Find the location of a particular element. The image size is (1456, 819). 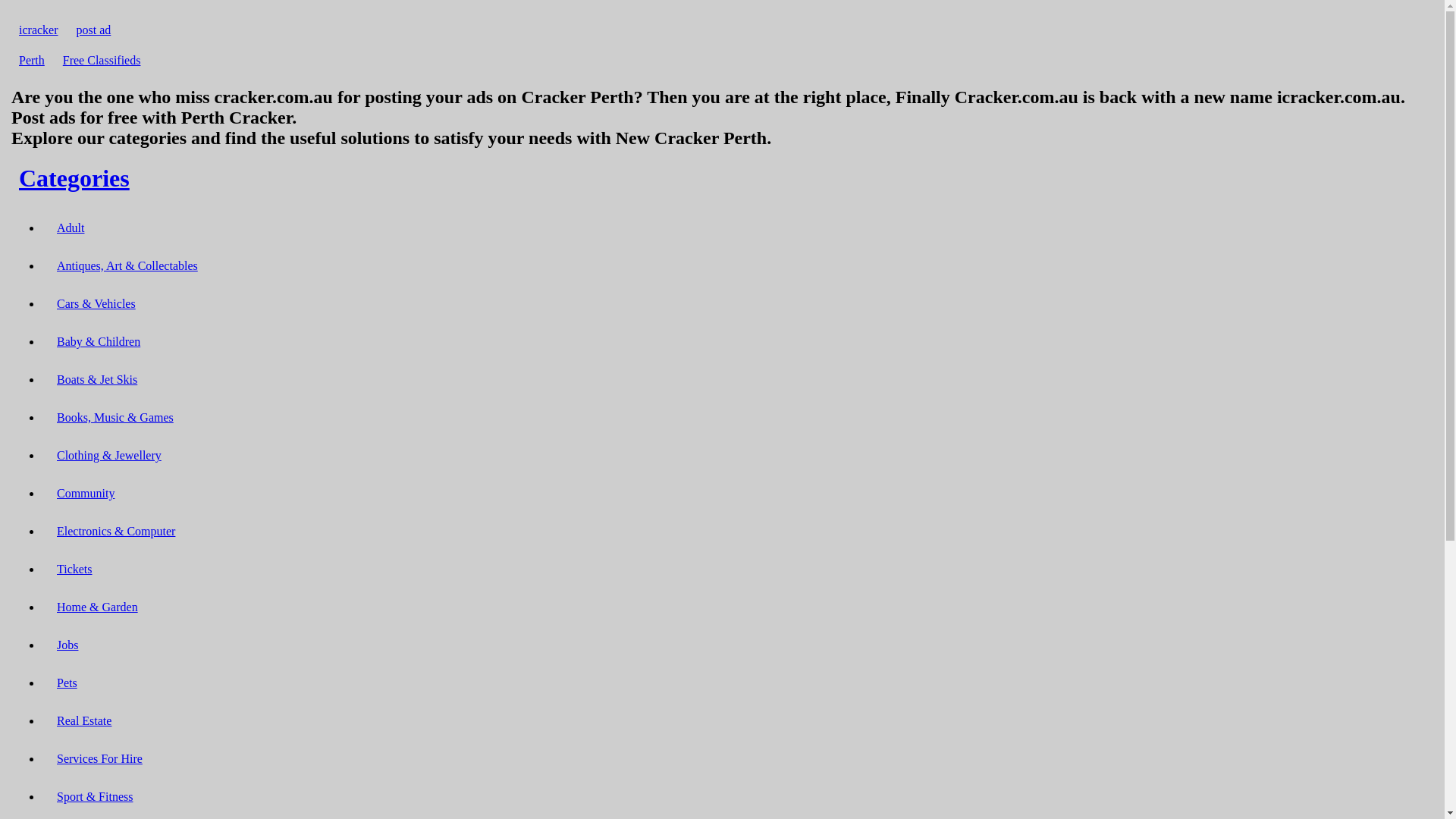

'Services For Hire' is located at coordinates (99, 758).